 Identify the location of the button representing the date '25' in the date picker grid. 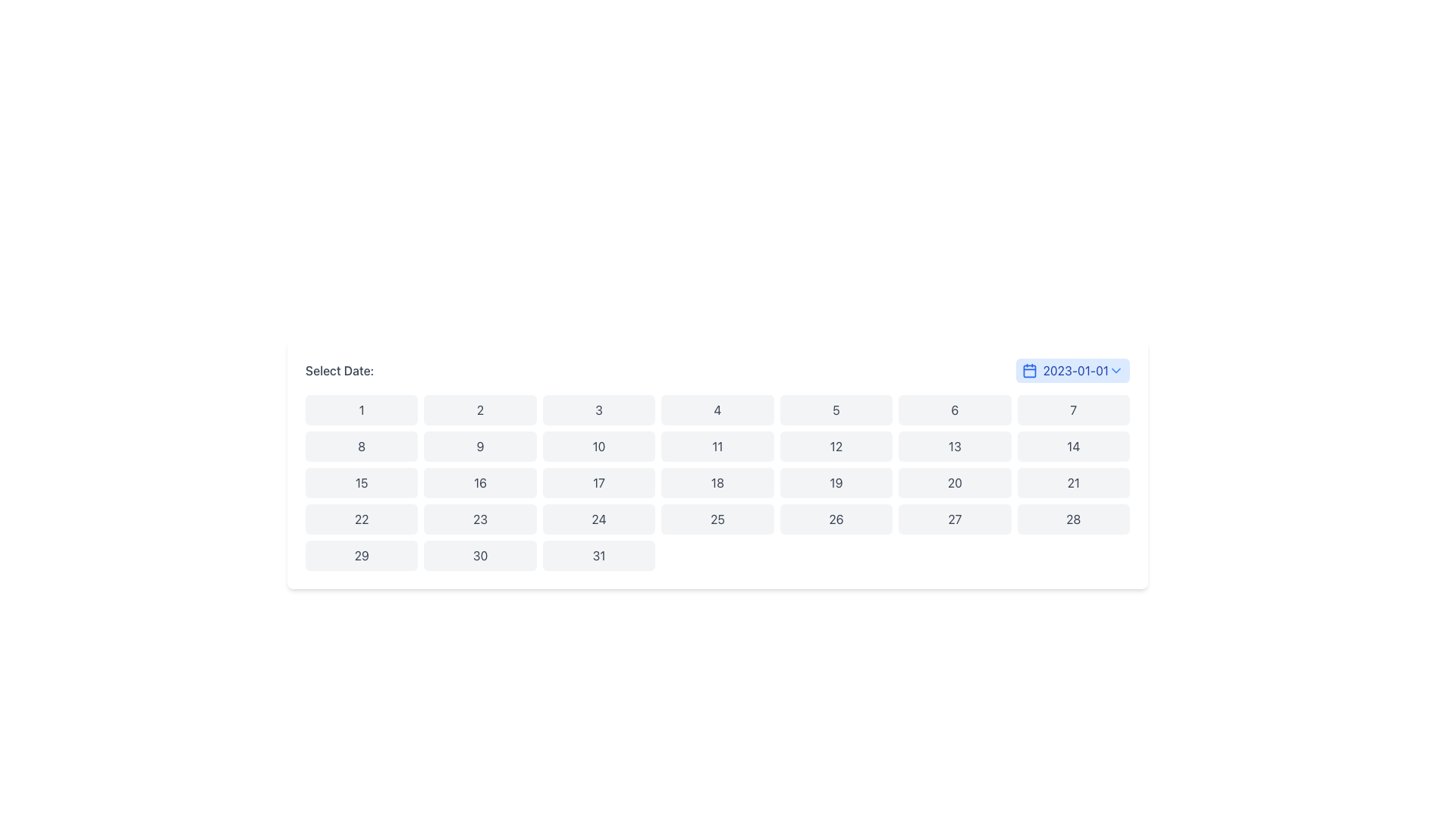
(717, 519).